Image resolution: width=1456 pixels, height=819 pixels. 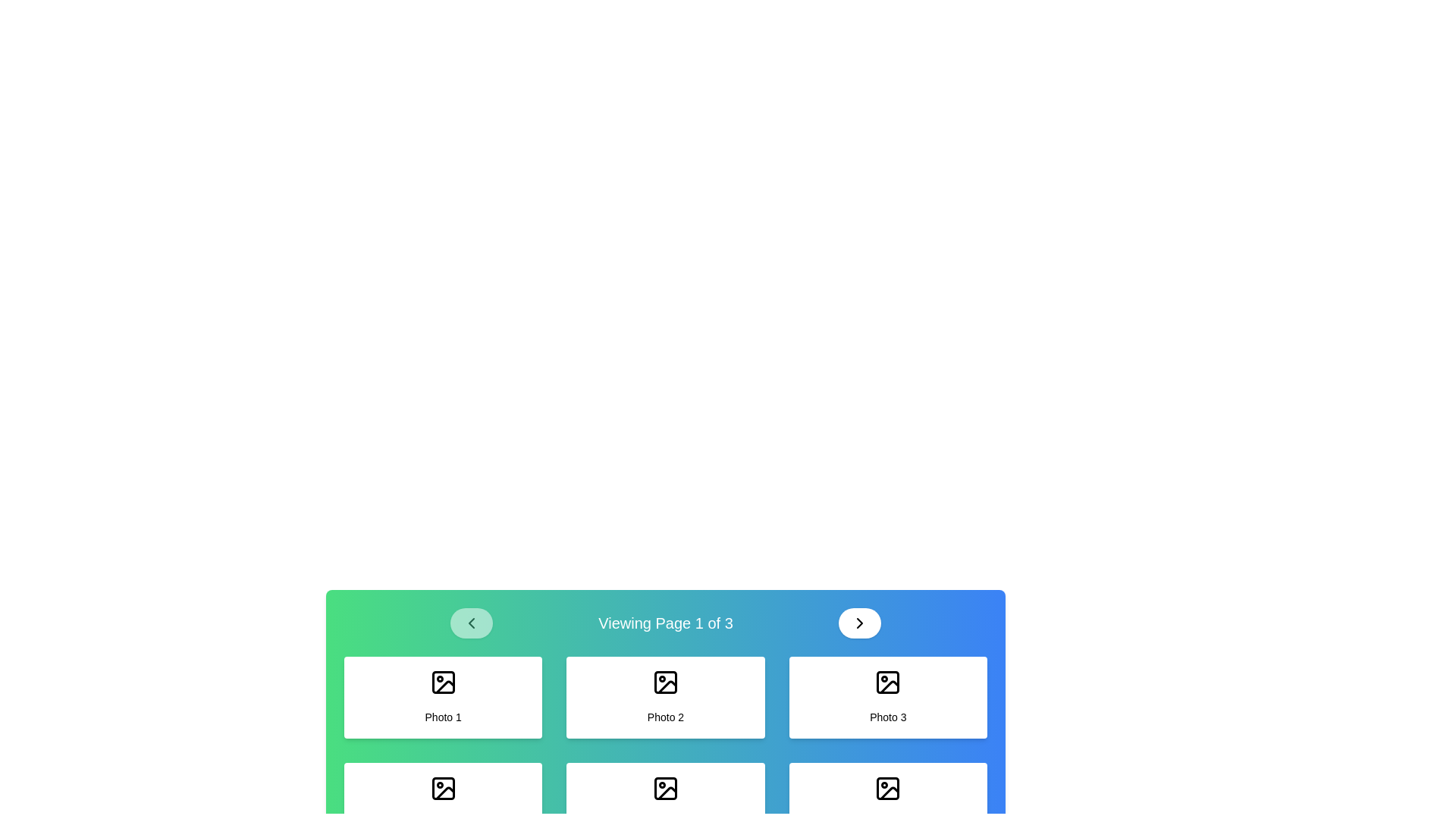 What do you see at coordinates (442, 681) in the screenshot?
I see `the small rectangular component with rounded corners located inside the first square icon element above the text labeled 'Photo 1'` at bounding box center [442, 681].